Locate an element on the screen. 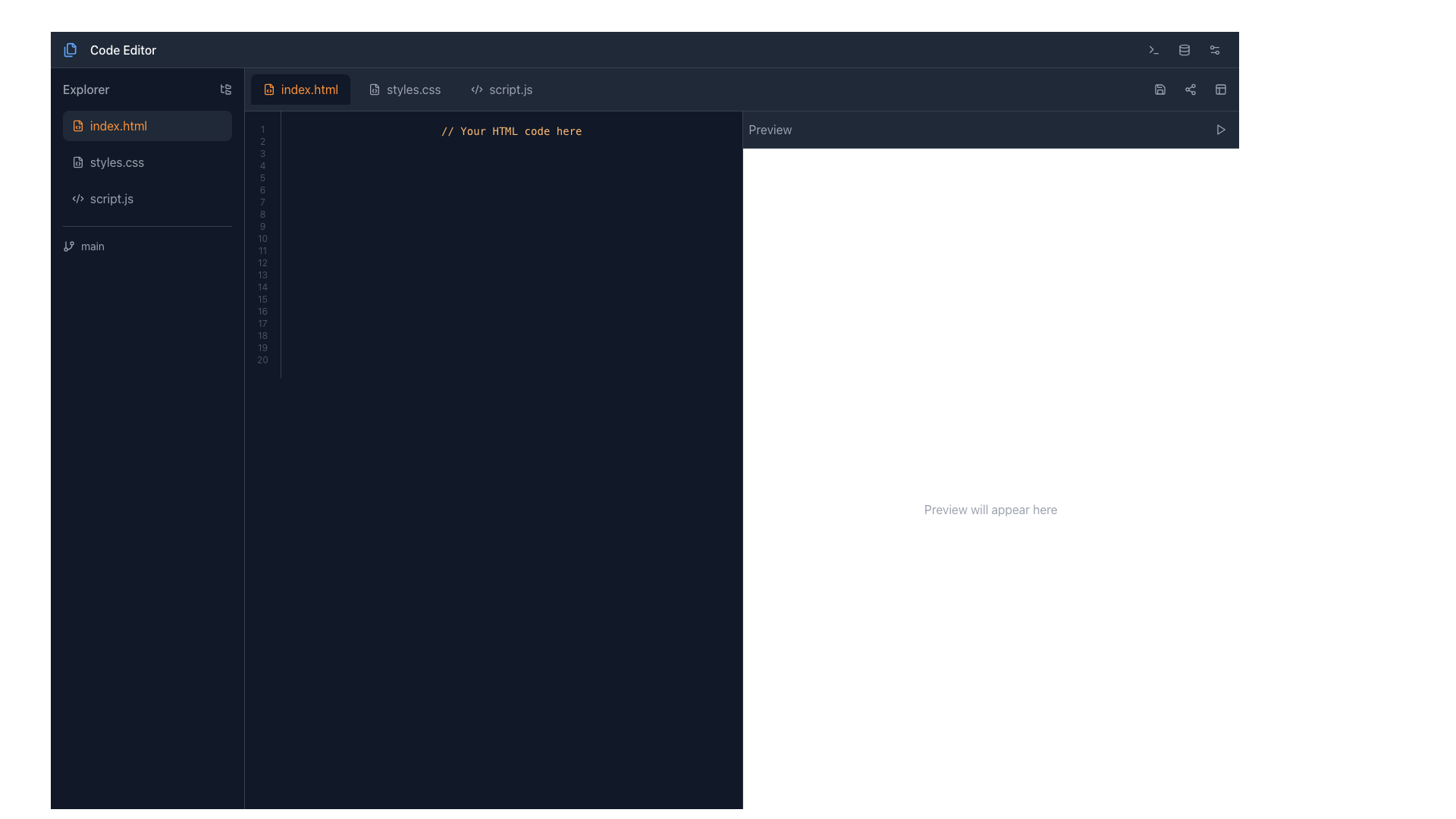 This screenshot has width=1456, height=819. on the small numerical indicator displaying the value '8' located in the vertical list of numeric indicators on the left side of the content editor is located at coordinates (262, 214).